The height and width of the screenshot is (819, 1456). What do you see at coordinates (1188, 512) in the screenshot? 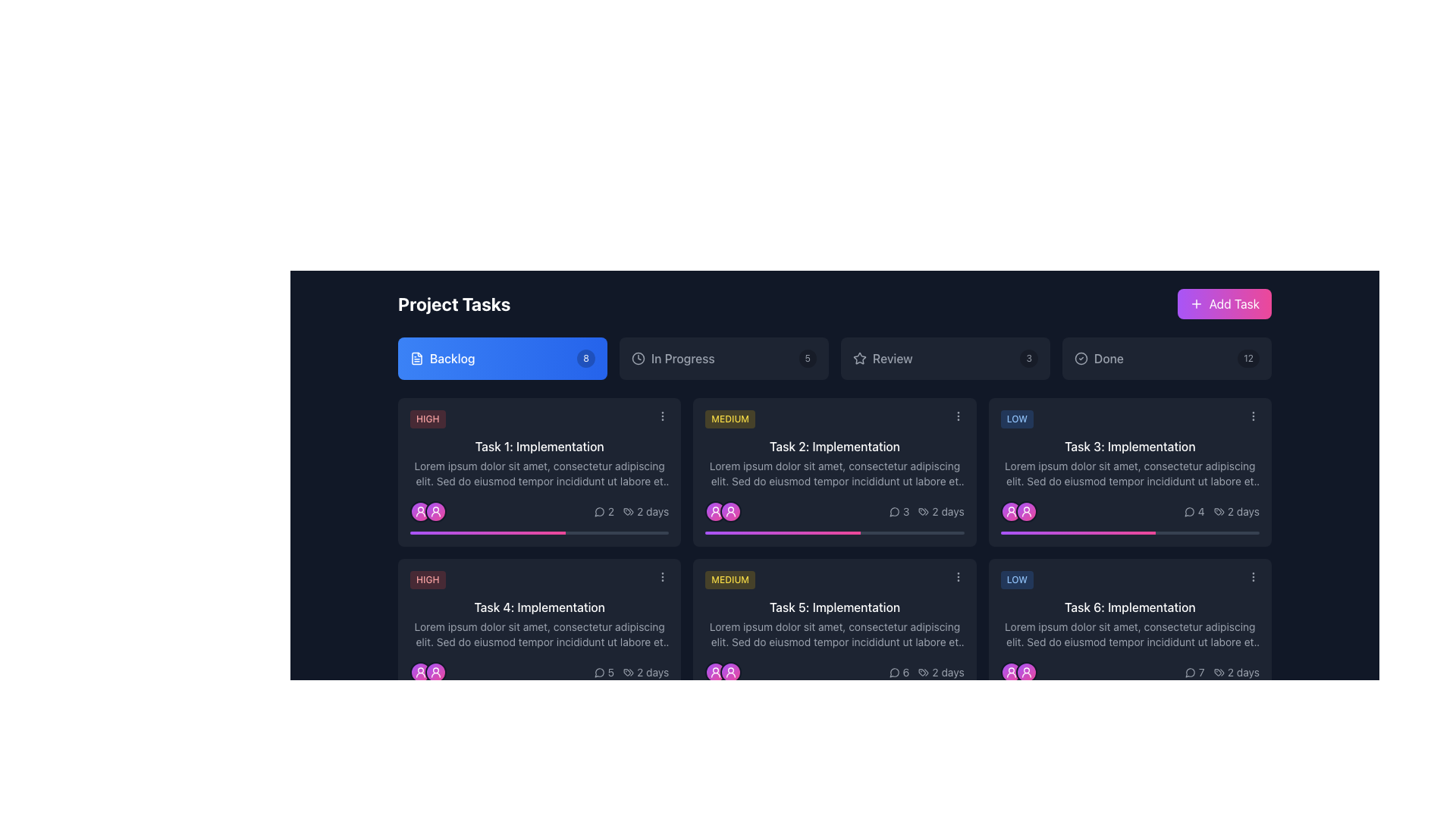
I see `the Icon button located inside the 'Task 3: Implementation' card in the 'LOW' priority section, positioned towards the bottom-right near other task detail icons` at bounding box center [1188, 512].